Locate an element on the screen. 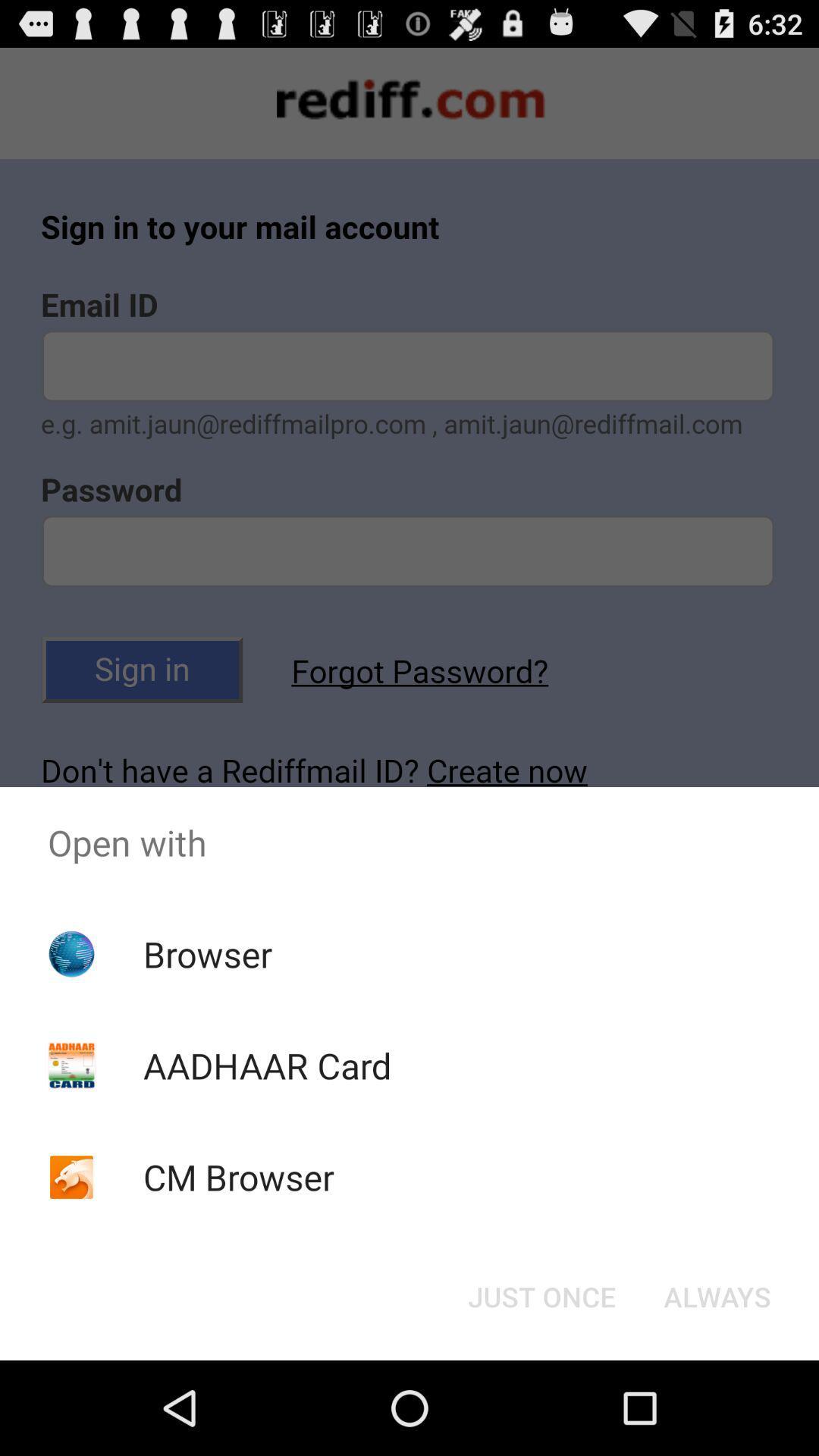  item at the bottom is located at coordinates (541, 1295).